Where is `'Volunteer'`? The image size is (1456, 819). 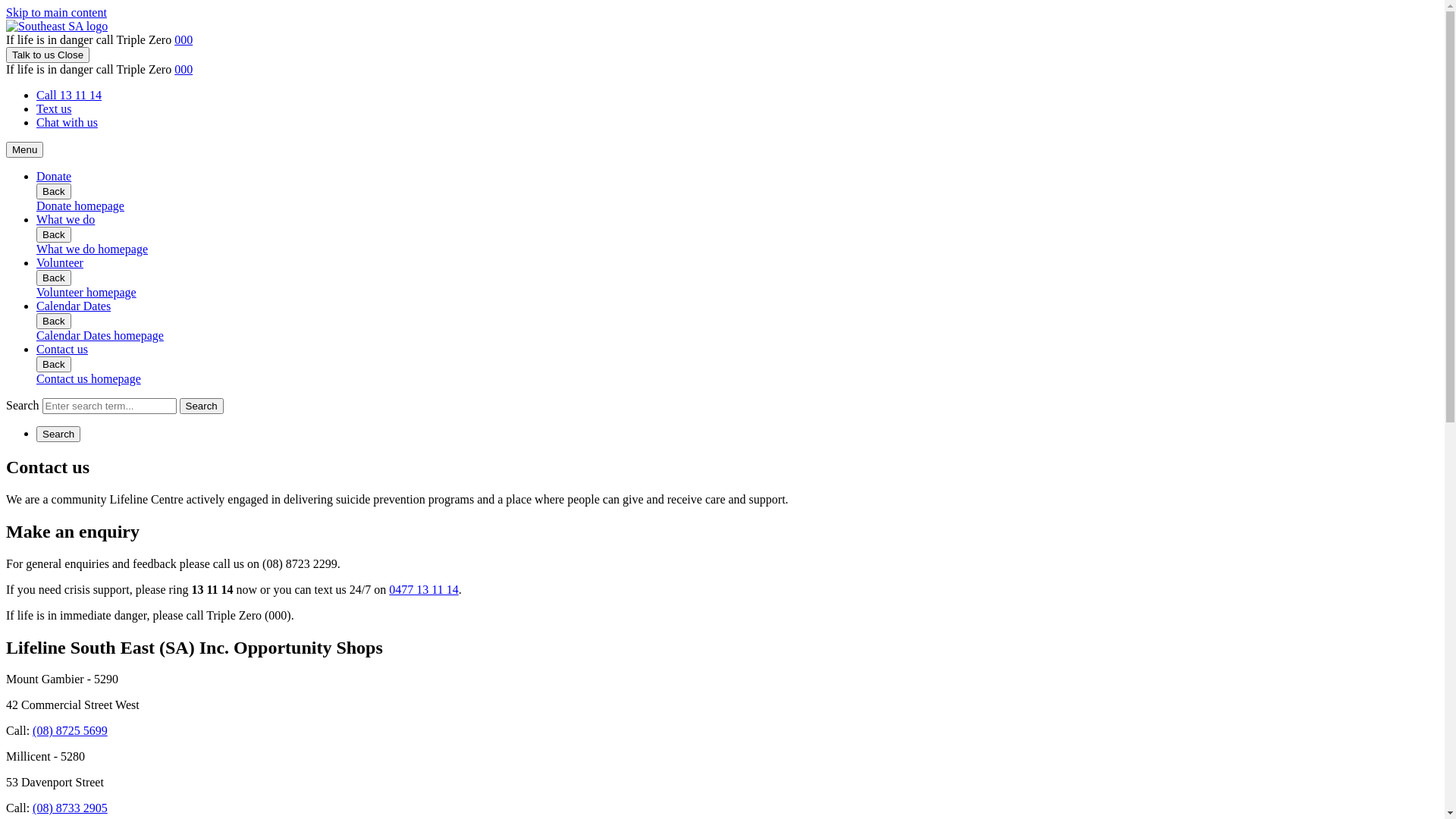 'Volunteer' is located at coordinates (59, 262).